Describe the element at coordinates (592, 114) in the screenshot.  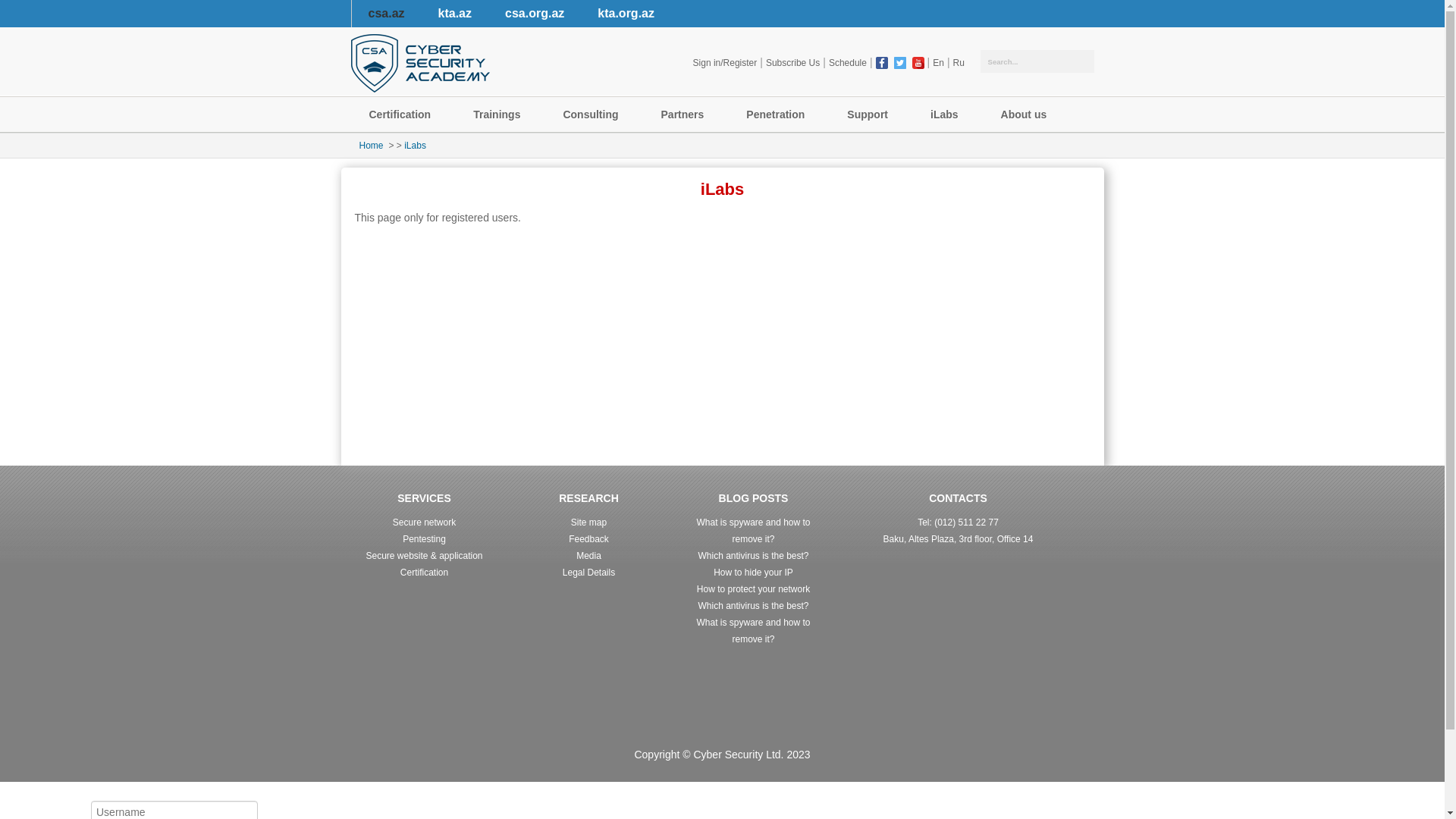
I see `'Consulting'` at that location.